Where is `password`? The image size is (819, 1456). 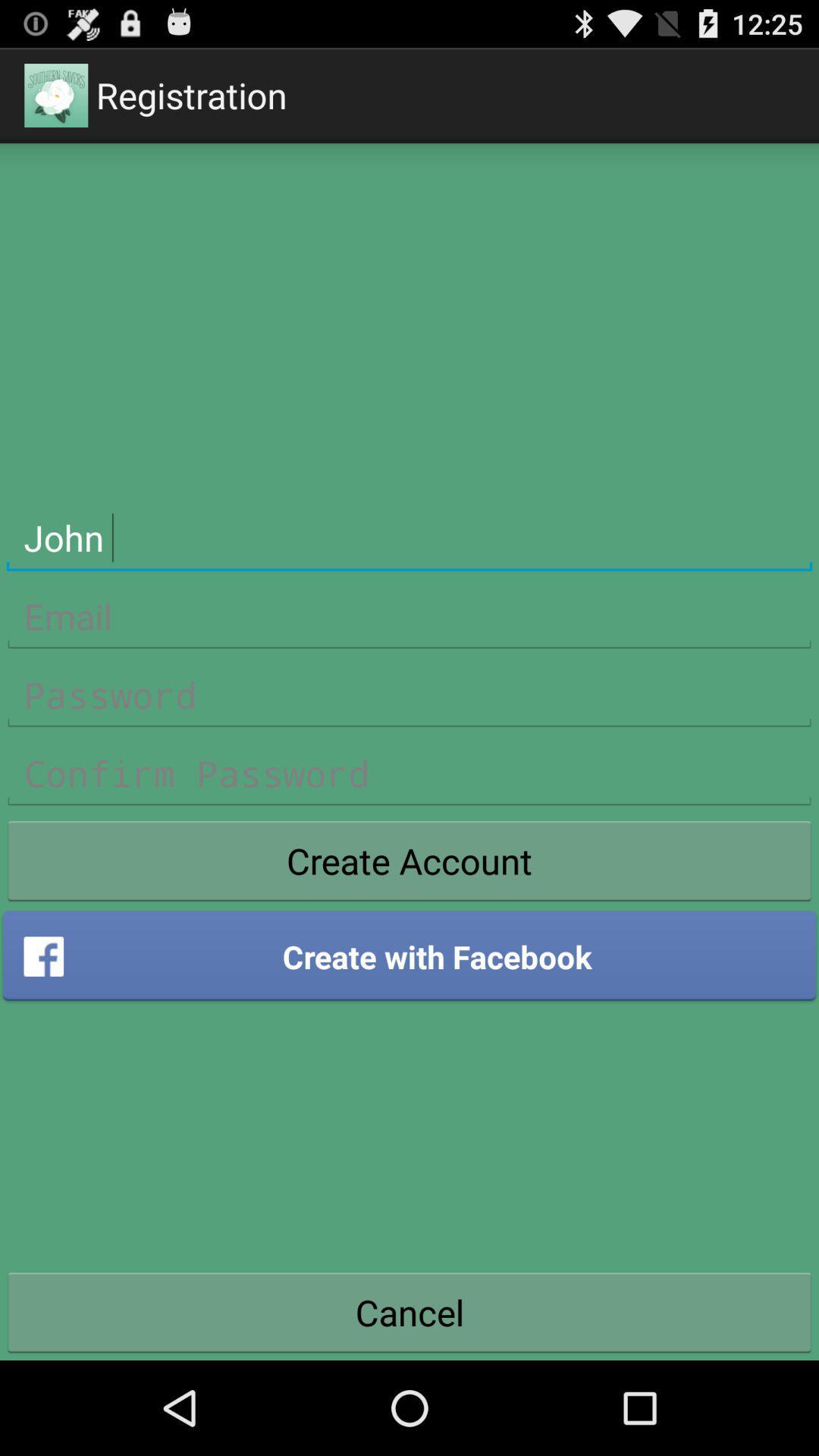 password is located at coordinates (409, 695).